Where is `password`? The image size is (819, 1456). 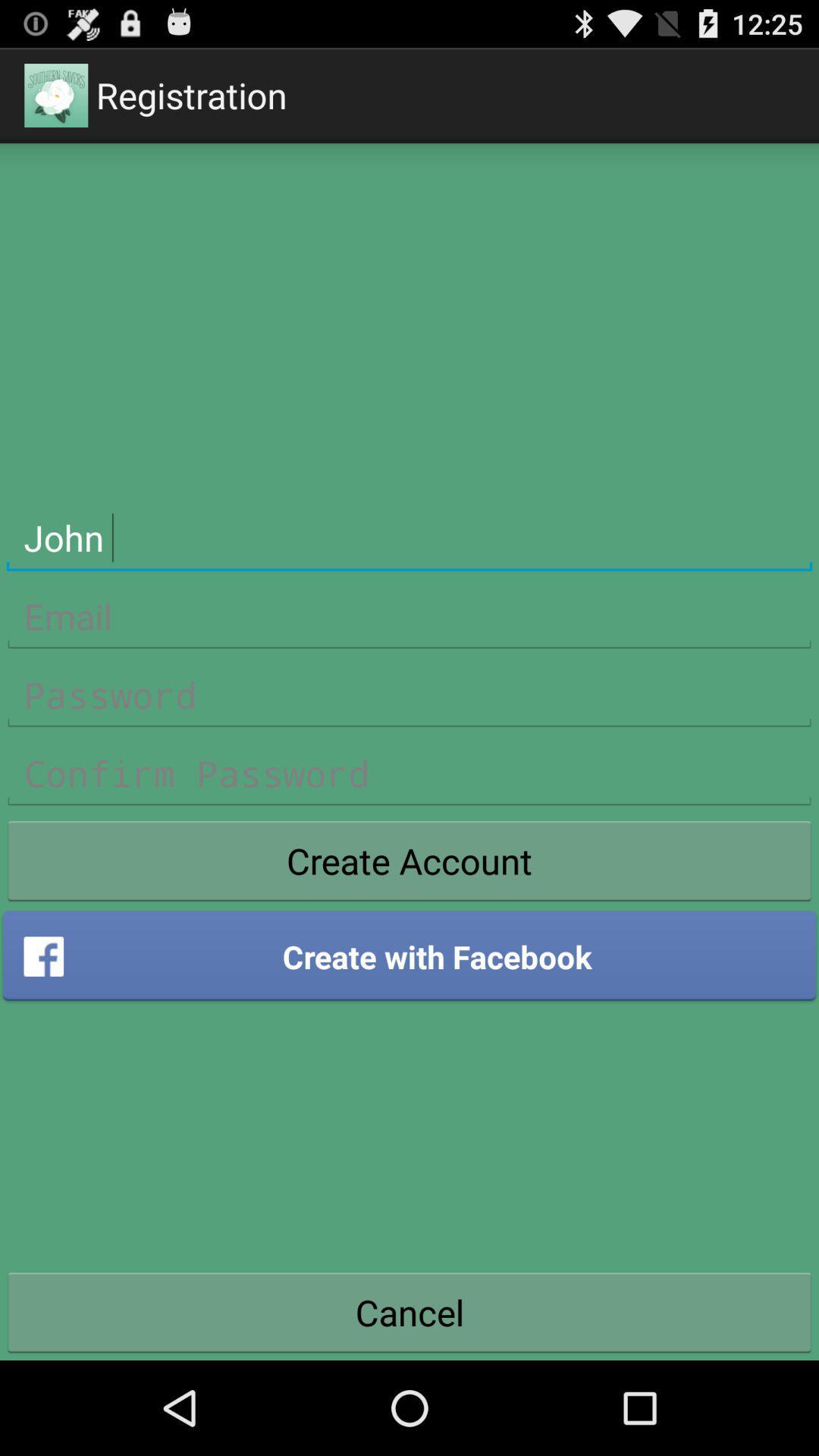 password is located at coordinates (409, 695).